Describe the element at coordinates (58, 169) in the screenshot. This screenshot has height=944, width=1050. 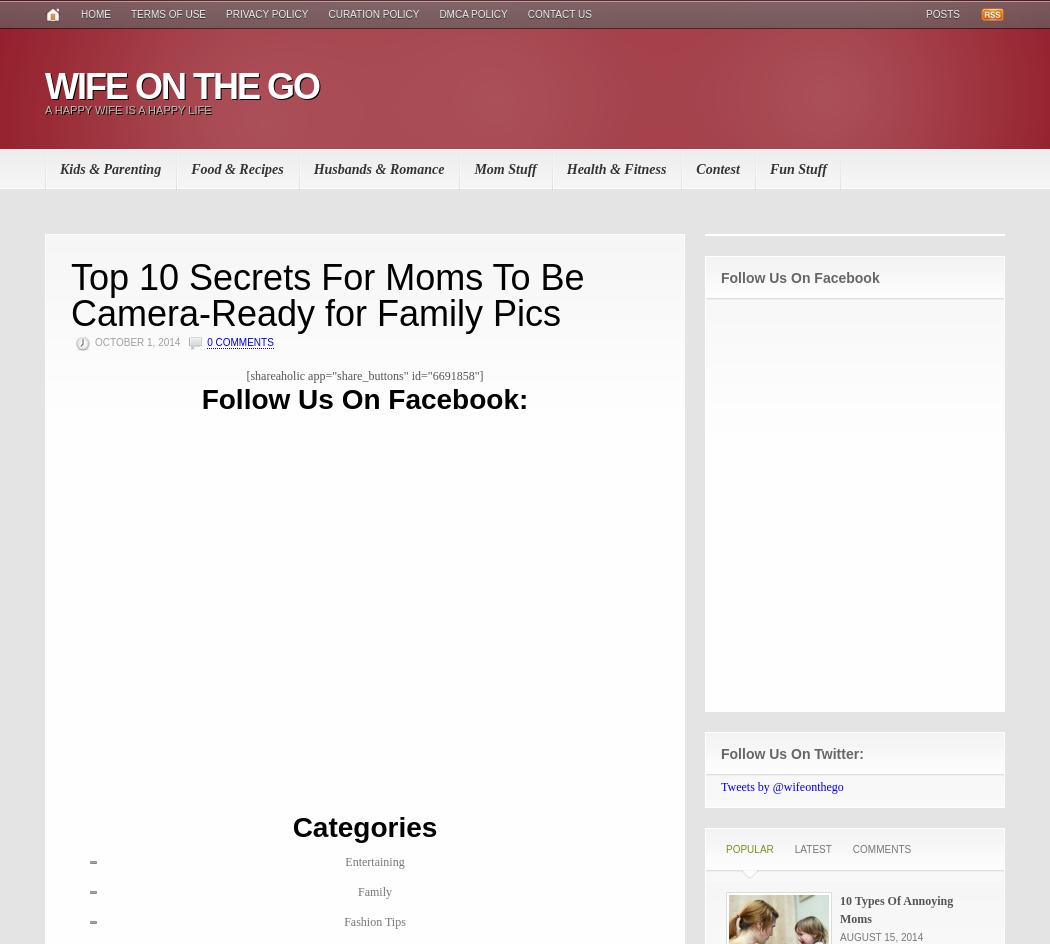
I see `'Kids & Parenting'` at that location.